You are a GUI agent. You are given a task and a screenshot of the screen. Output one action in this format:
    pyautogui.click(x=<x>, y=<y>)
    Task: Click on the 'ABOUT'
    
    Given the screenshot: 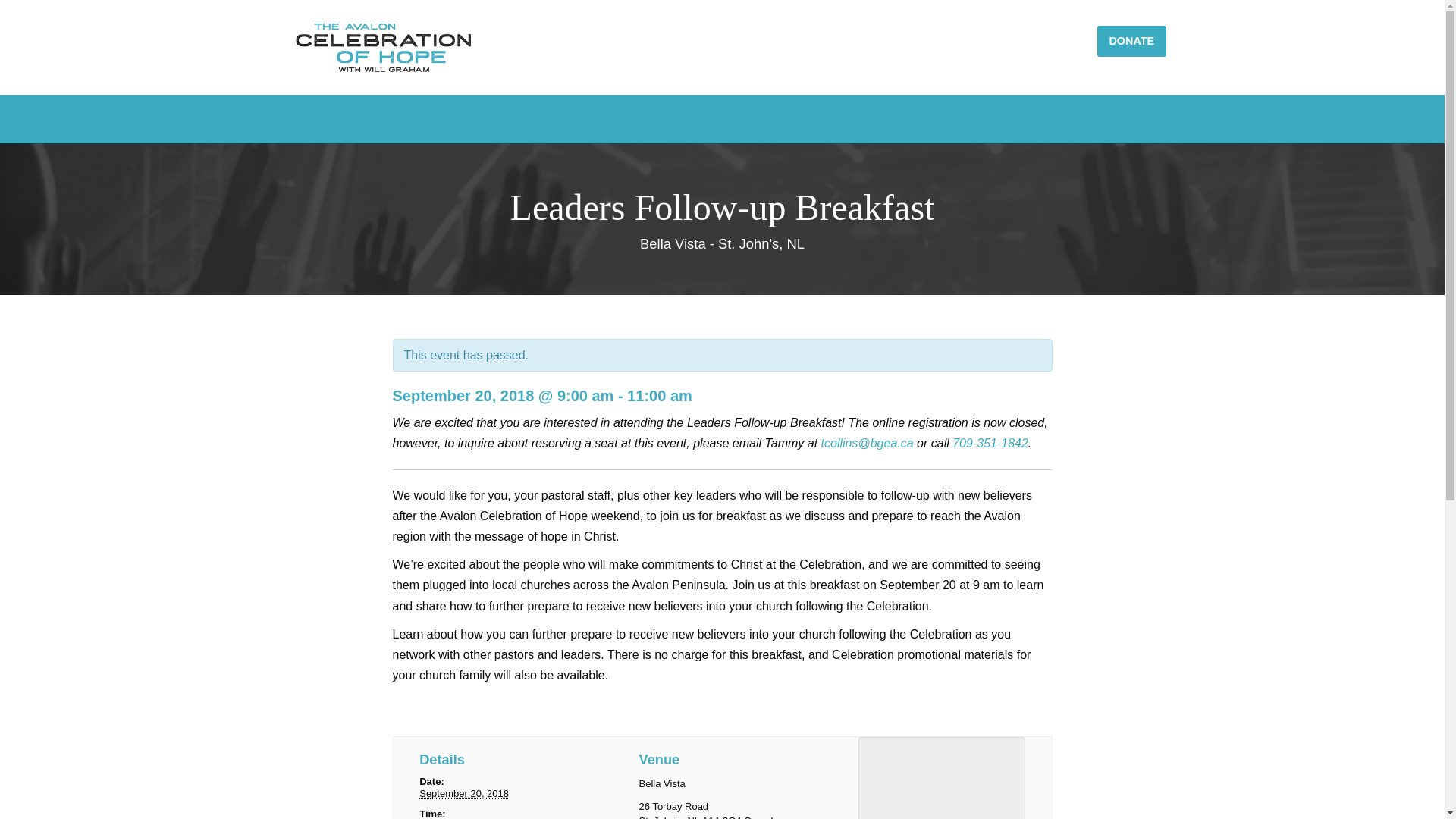 What is the action you would take?
    pyautogui.click(x=540, y=118)
    